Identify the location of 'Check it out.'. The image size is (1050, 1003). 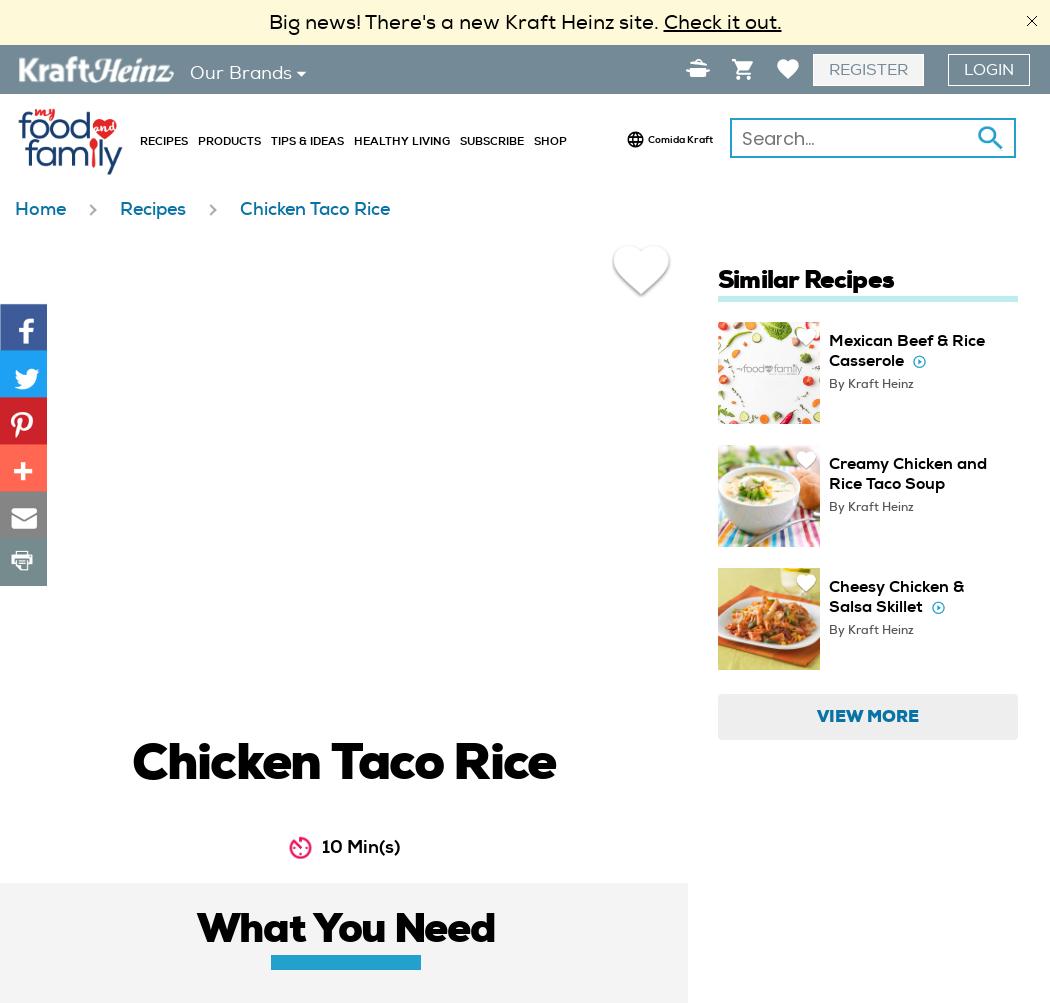
(661, 22).